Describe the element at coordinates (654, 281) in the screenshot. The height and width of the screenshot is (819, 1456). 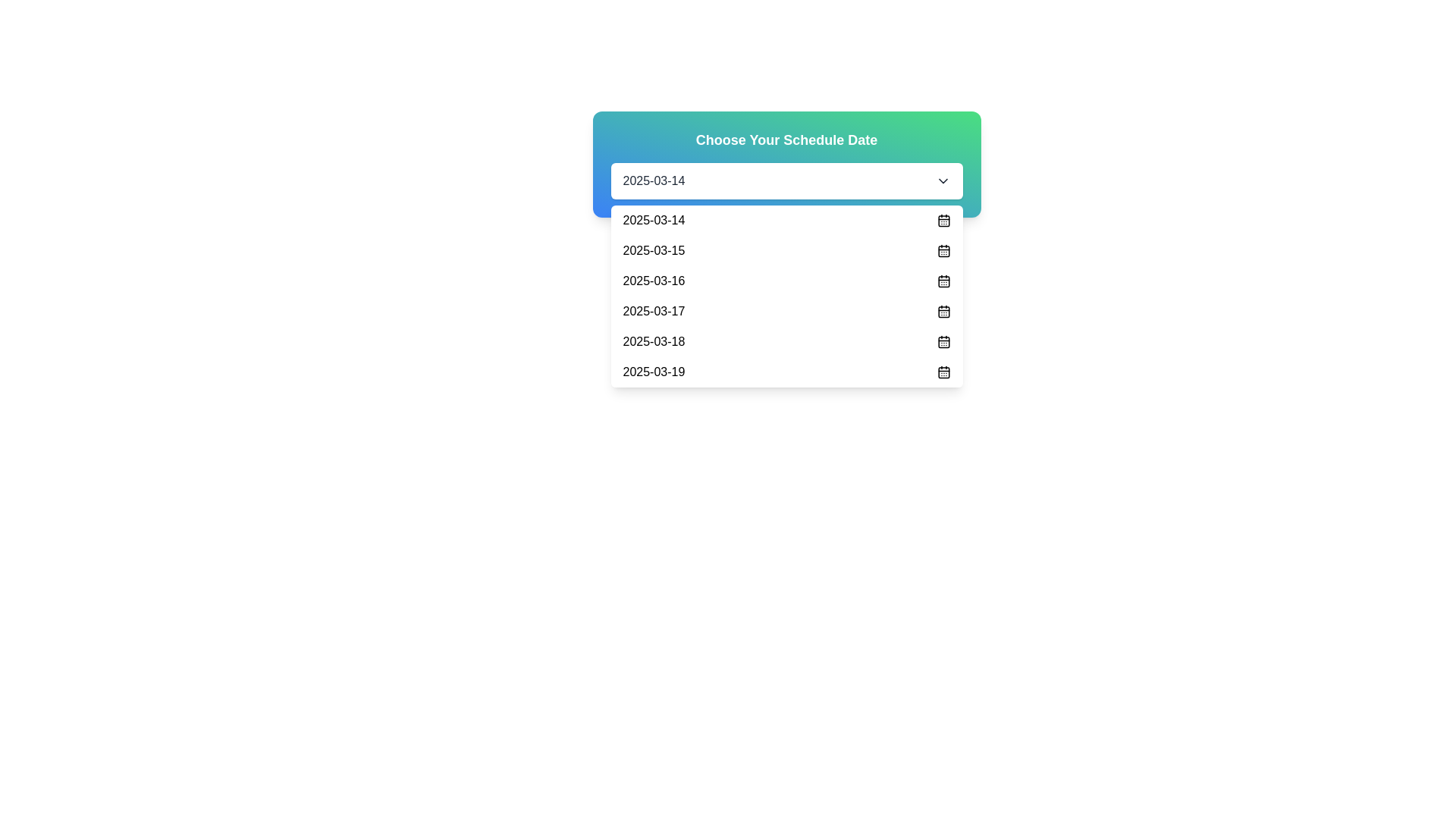
I see `the static text element representing the date option '2025-03-16' in the dropdown menu` at that location.